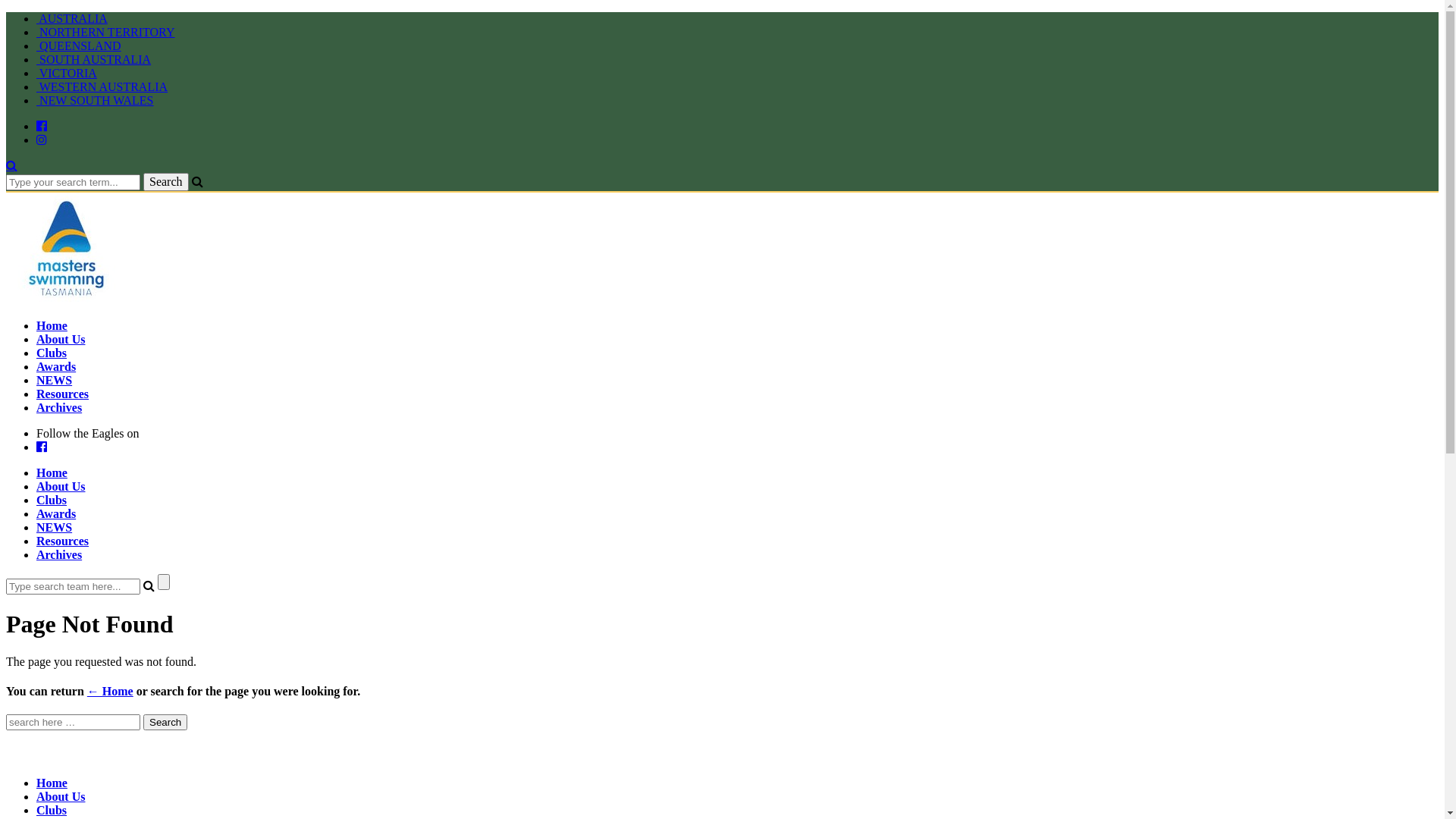 The image size is (1456, 819). Describe the element at coordinates (54, 379) in the screenshot. I see `'NEWS'` at that location.